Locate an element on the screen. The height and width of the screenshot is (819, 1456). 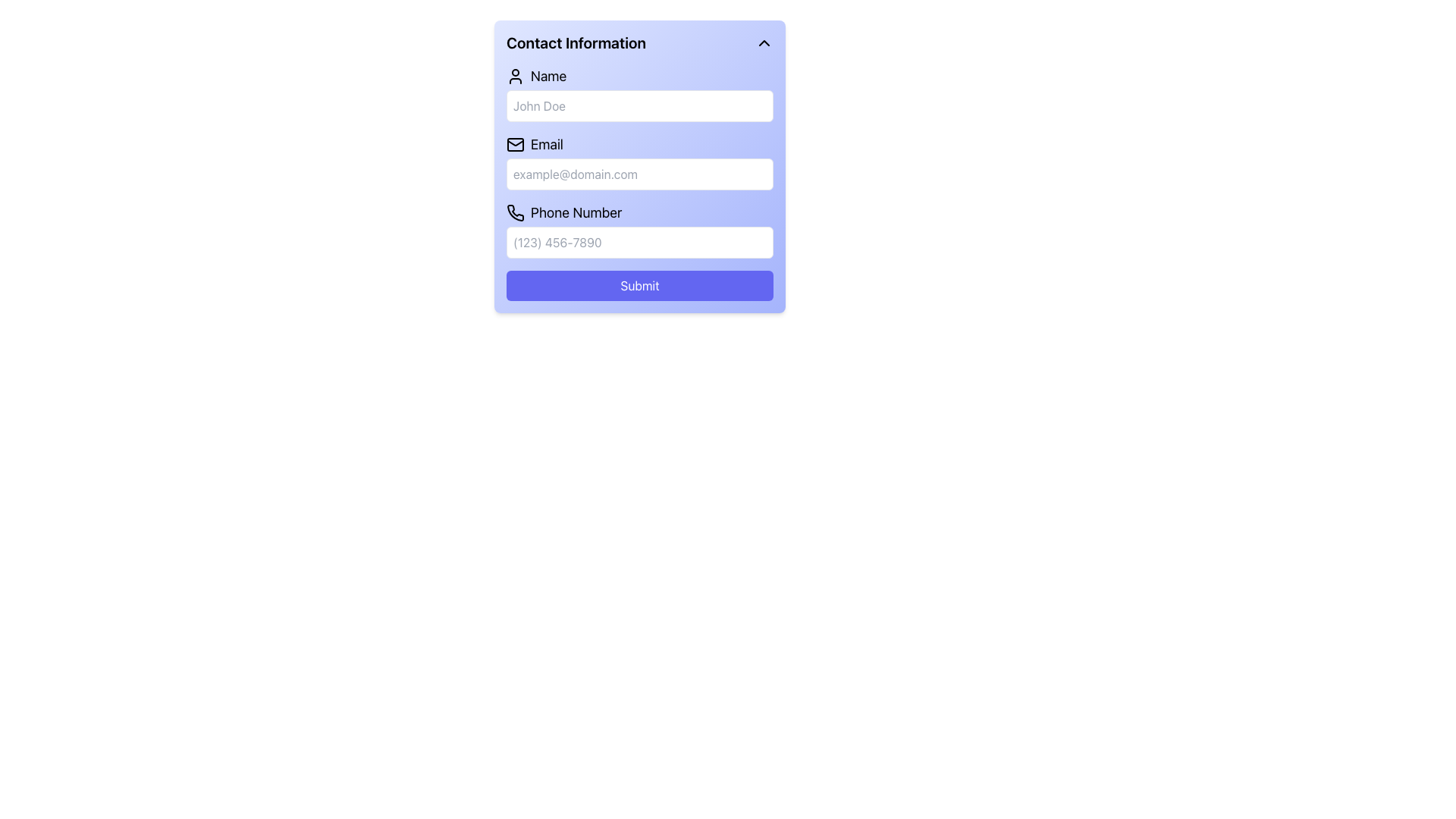
the Icon Component, which is a rectangular block with rounded corners located inside the envelope icon adjacent to the email label on the Contact Information form is located at coordinates (516, 145).